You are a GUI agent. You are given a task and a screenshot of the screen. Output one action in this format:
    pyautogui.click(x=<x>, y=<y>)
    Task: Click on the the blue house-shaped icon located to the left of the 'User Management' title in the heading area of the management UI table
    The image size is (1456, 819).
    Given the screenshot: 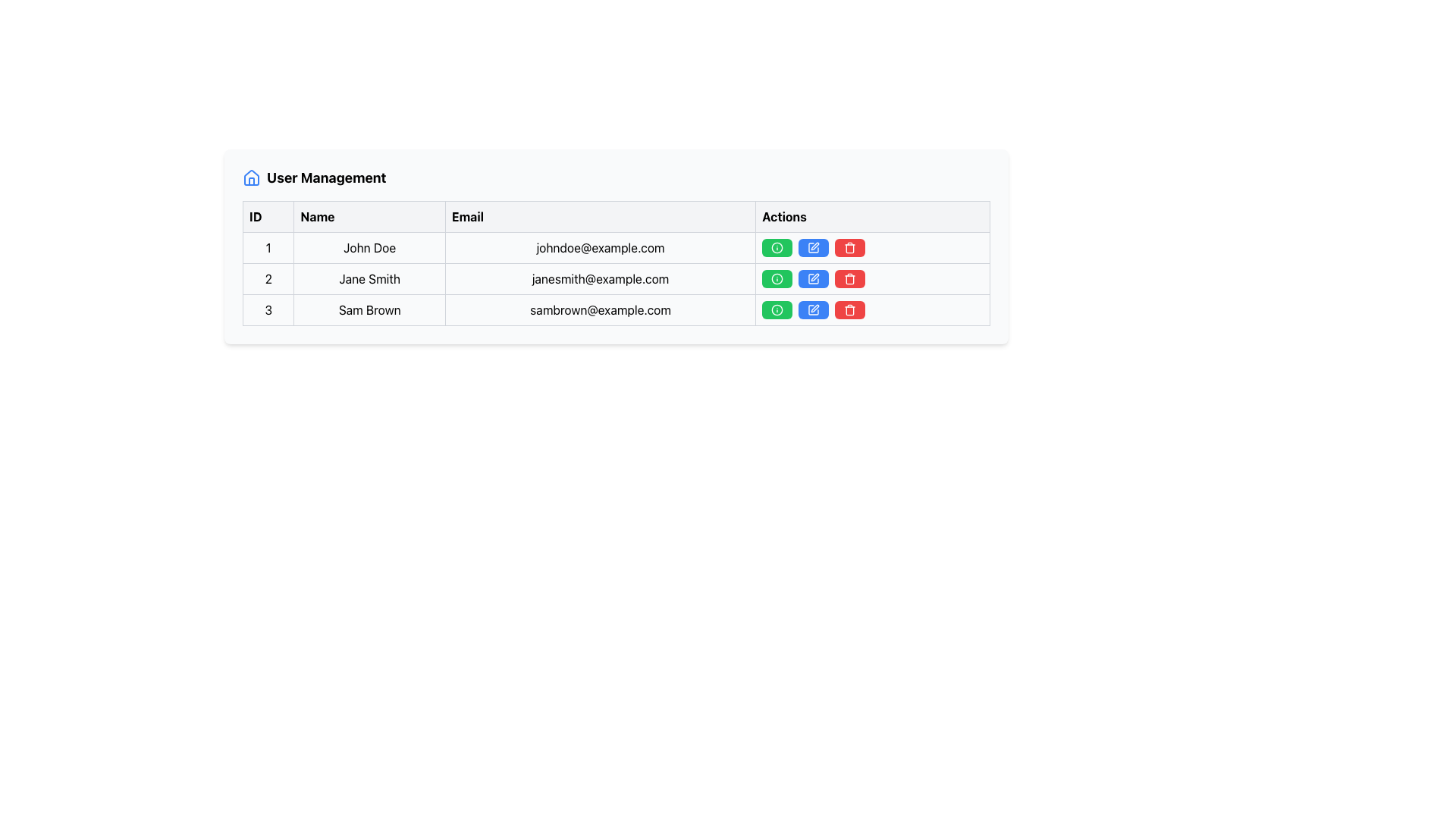 What is the action you would take?
    pyautogui.click(x=251, y=177)
    